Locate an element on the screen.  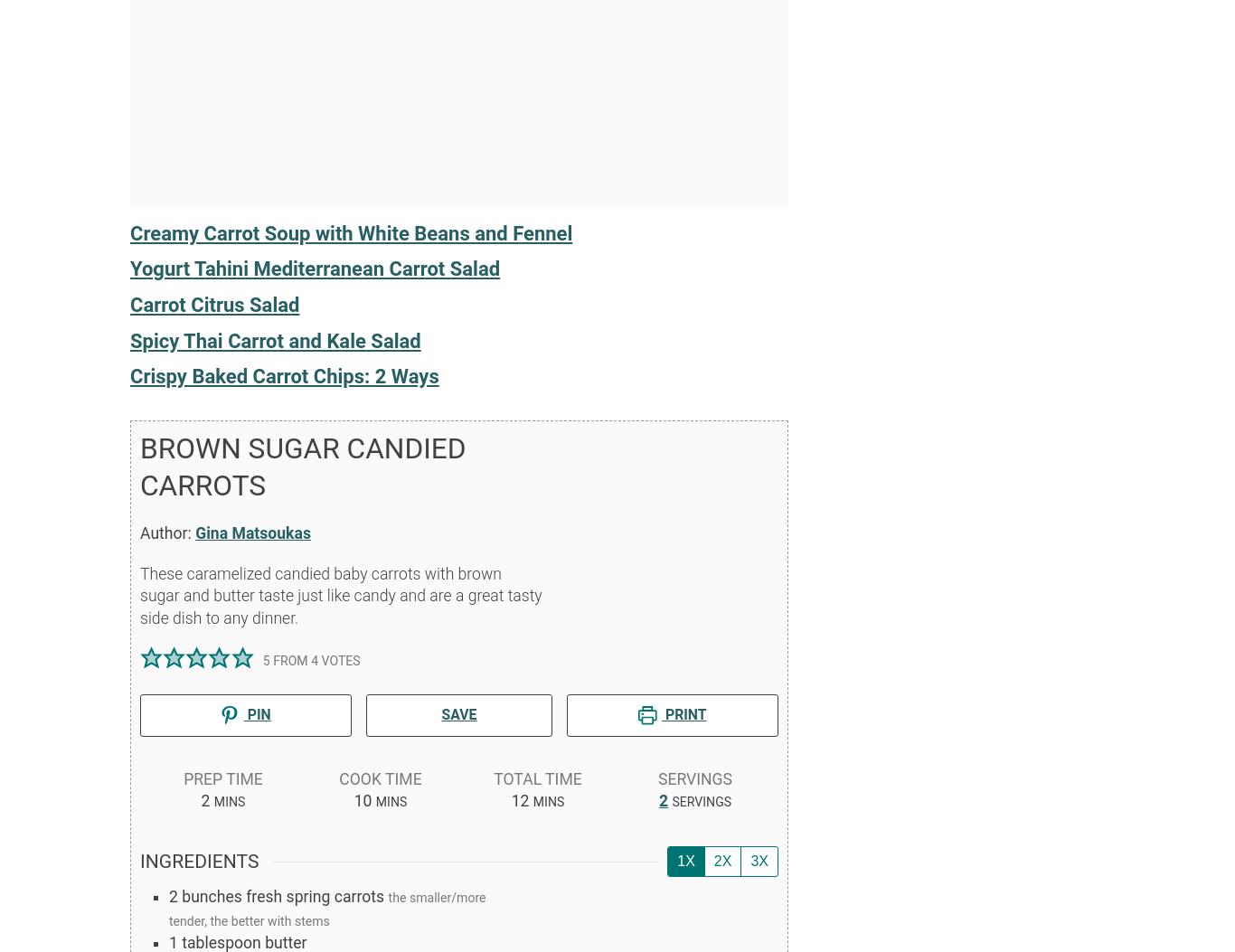
'Yogurt Tahini Mediterranean Carrot Salad' is located at coordinates (128, 269).